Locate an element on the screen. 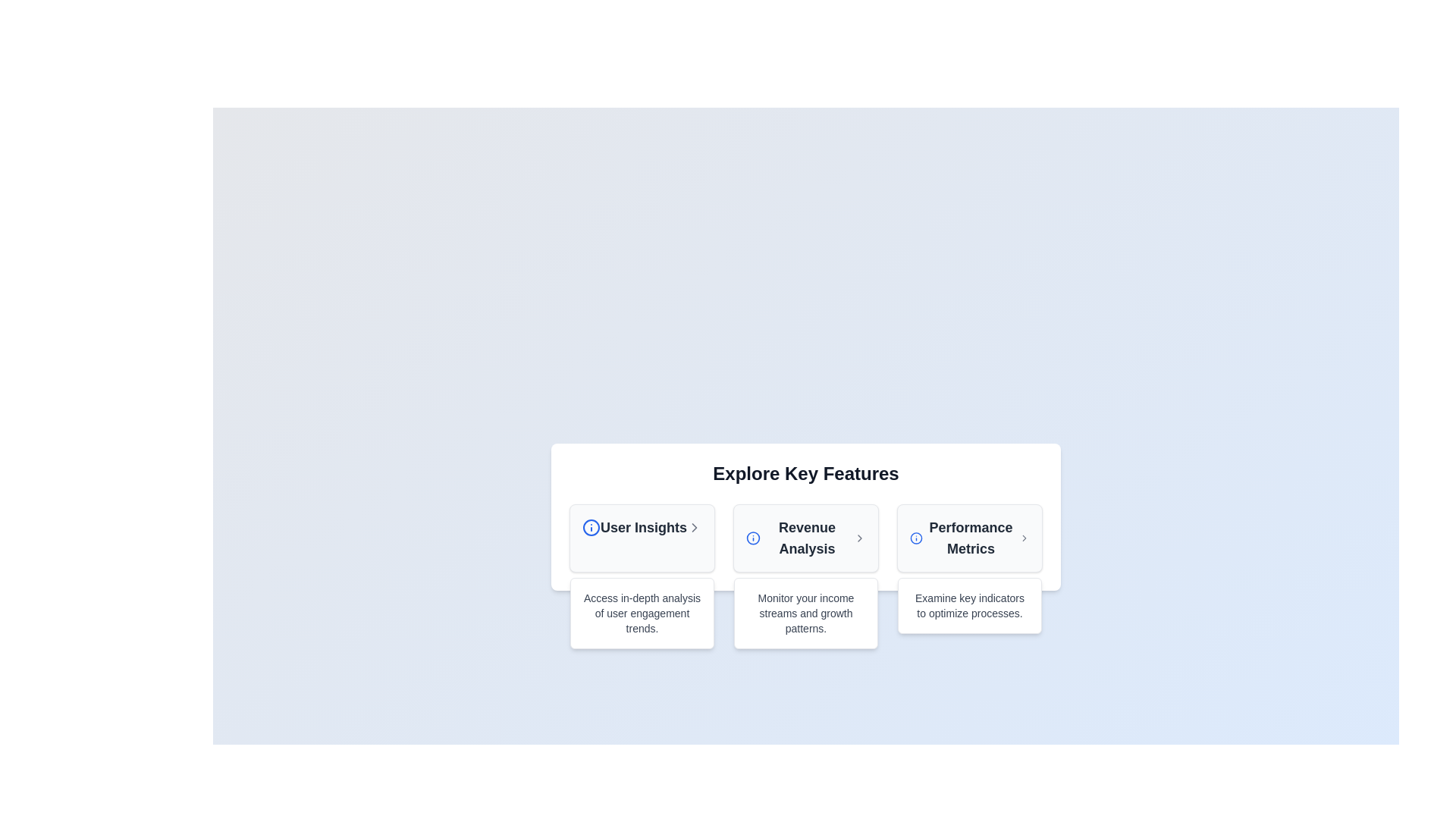  the circular icon with a blue border located in the header of the 'Revenue Analysis' section, adjacent to the text 'Revenue Analysis' is located at coordinates (753, 537).